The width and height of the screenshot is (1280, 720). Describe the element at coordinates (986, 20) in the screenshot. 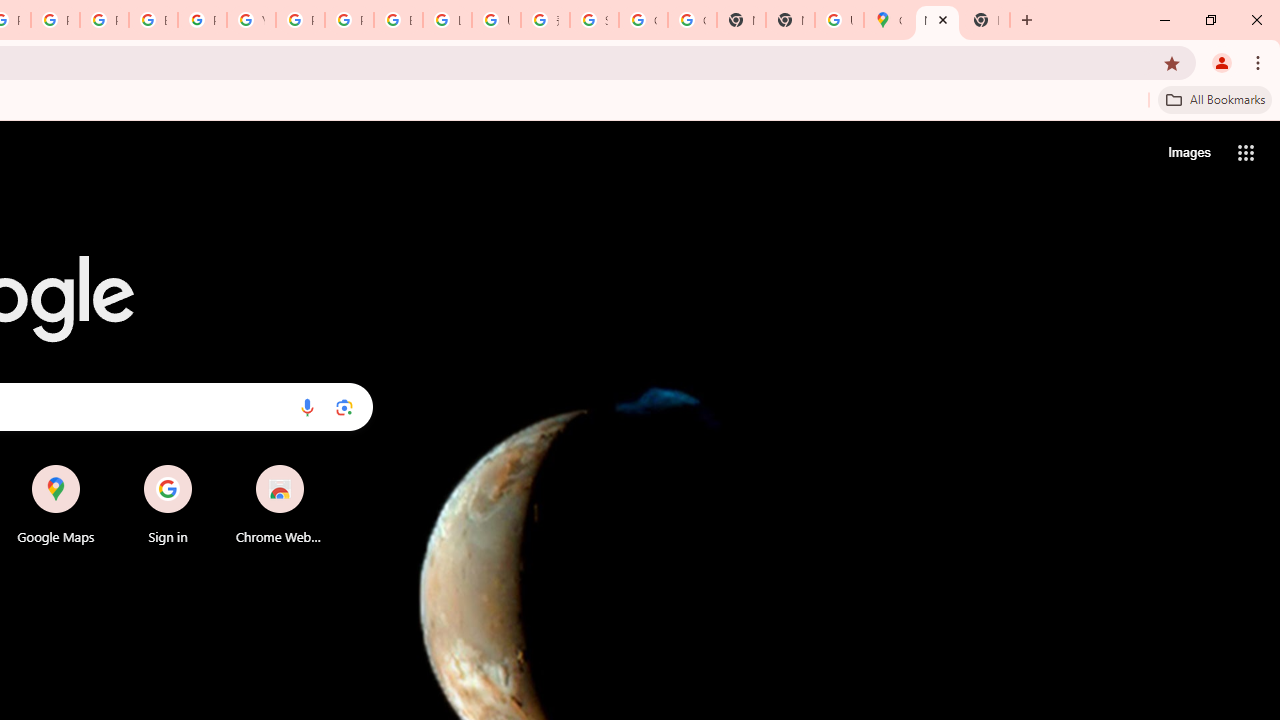

I see `'New Tab'` at that location.